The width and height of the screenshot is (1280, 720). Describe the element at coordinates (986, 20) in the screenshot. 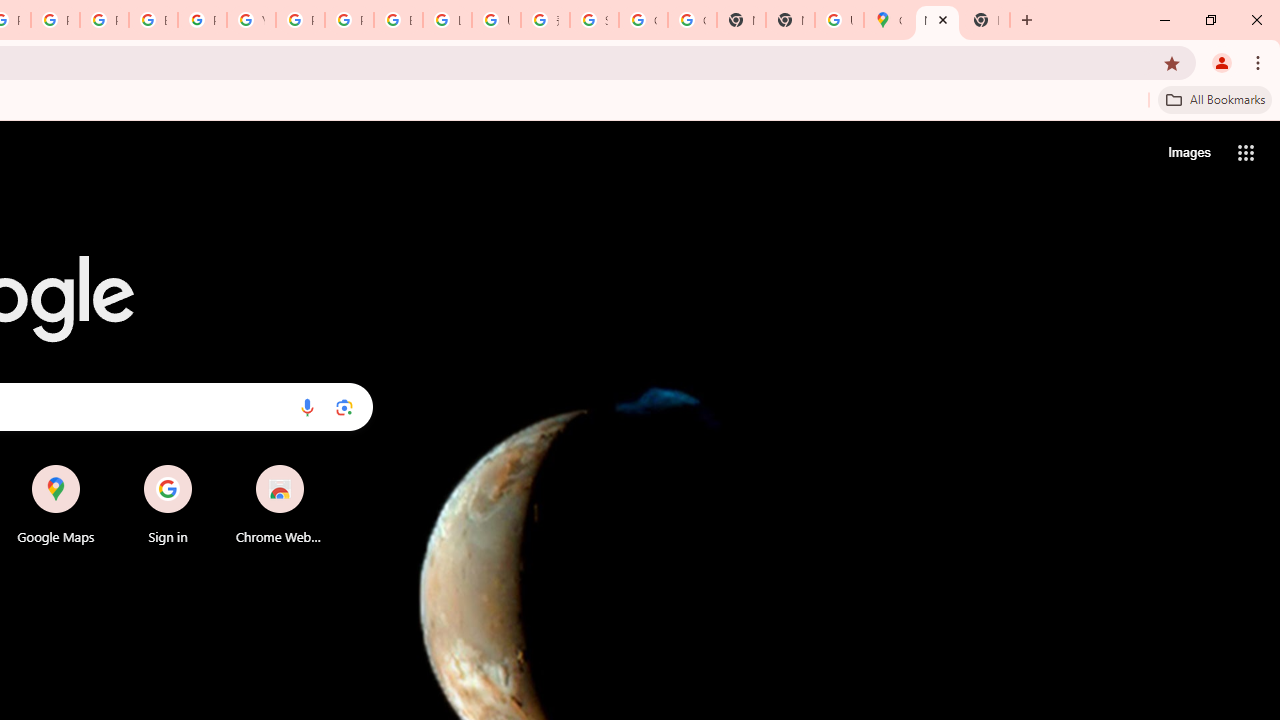

I see `'New Tab'` at that location.